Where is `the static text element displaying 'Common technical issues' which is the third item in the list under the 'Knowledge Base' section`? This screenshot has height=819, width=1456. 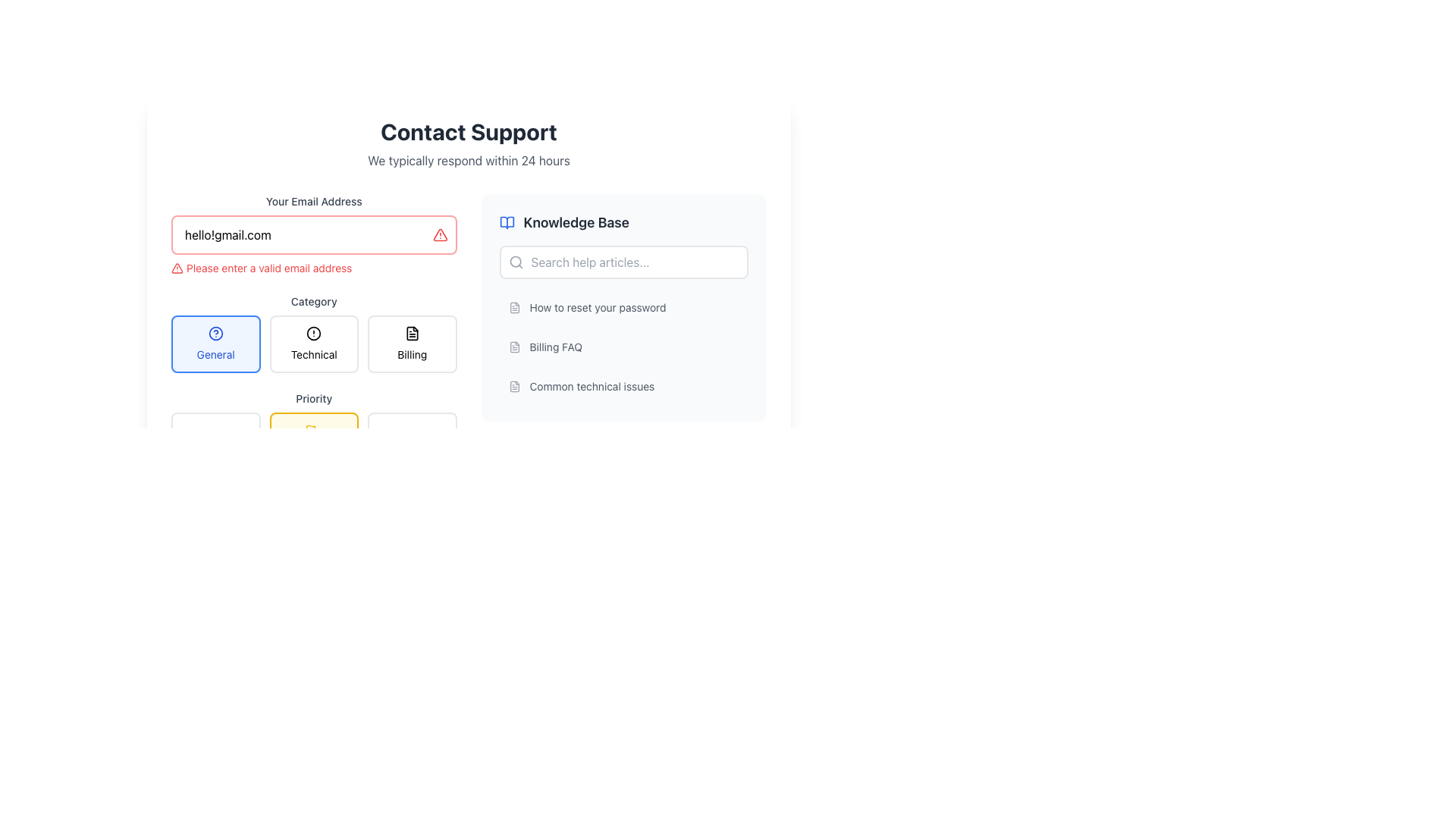 the static text element displaying 'Common technical issues' which is the third item in the list under the 'Knowledge Base' section is located at coordinates (591, 385).